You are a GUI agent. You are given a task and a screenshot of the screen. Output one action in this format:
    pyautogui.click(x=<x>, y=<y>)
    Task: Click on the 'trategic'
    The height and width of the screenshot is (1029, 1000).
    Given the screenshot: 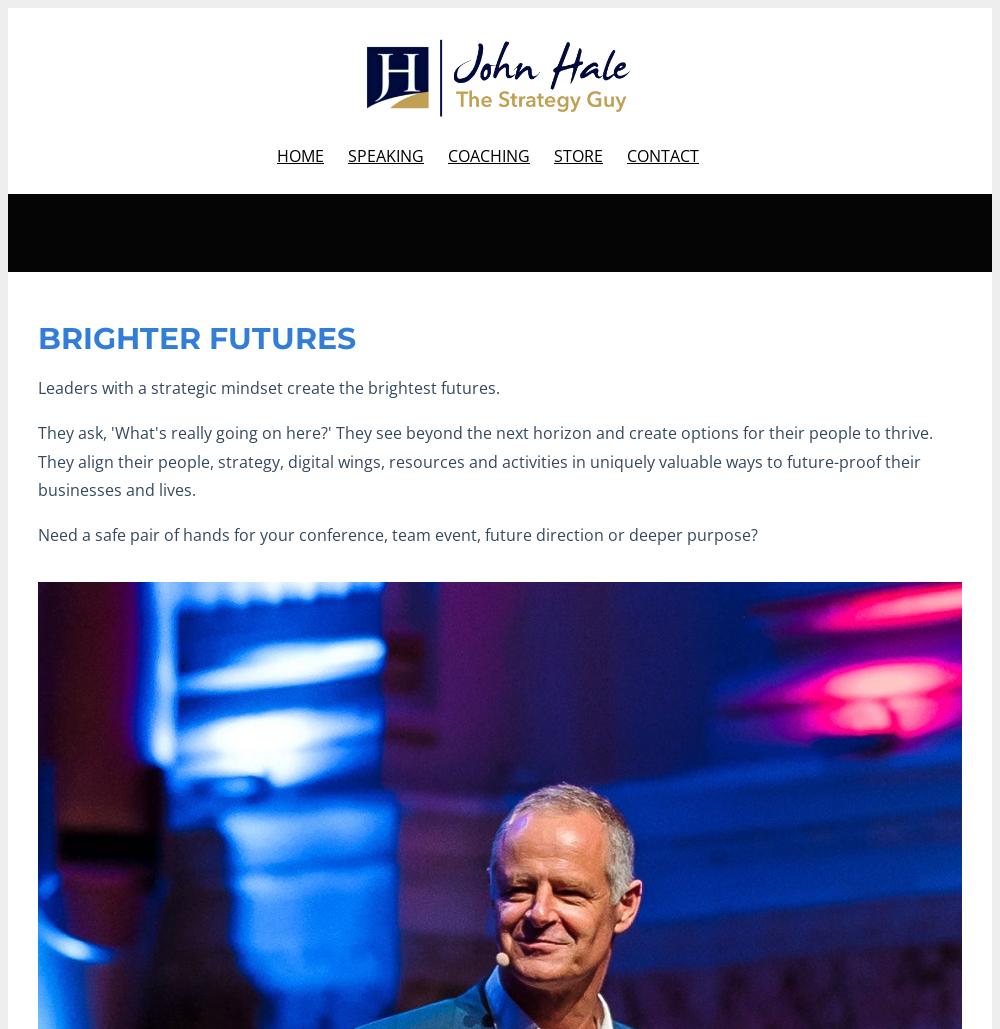 What is the action you would take?
    pyautogui.click(x=188, y=387)
    